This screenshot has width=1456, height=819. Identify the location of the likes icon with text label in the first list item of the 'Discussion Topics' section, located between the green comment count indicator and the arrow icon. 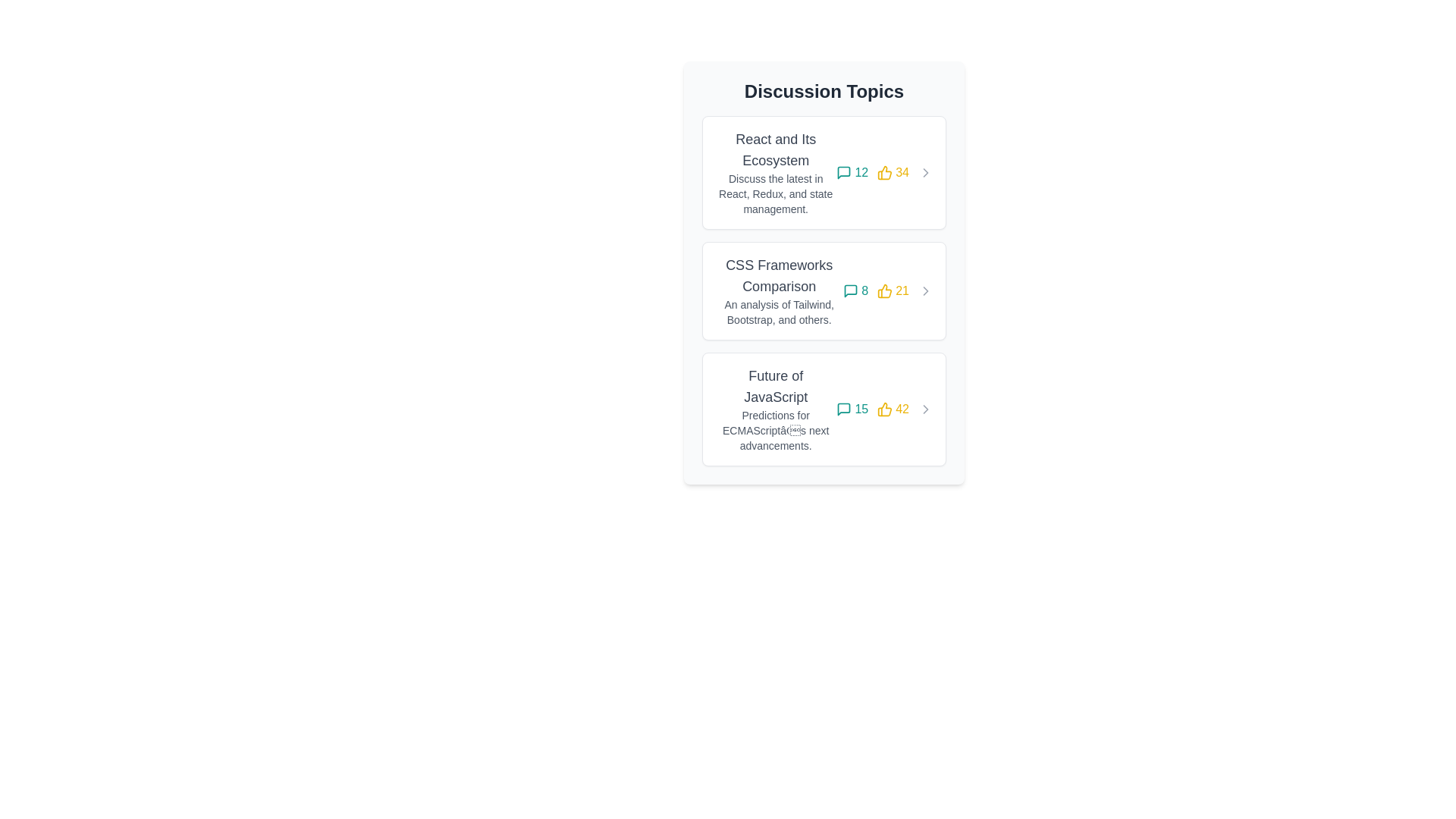
(893, 171).